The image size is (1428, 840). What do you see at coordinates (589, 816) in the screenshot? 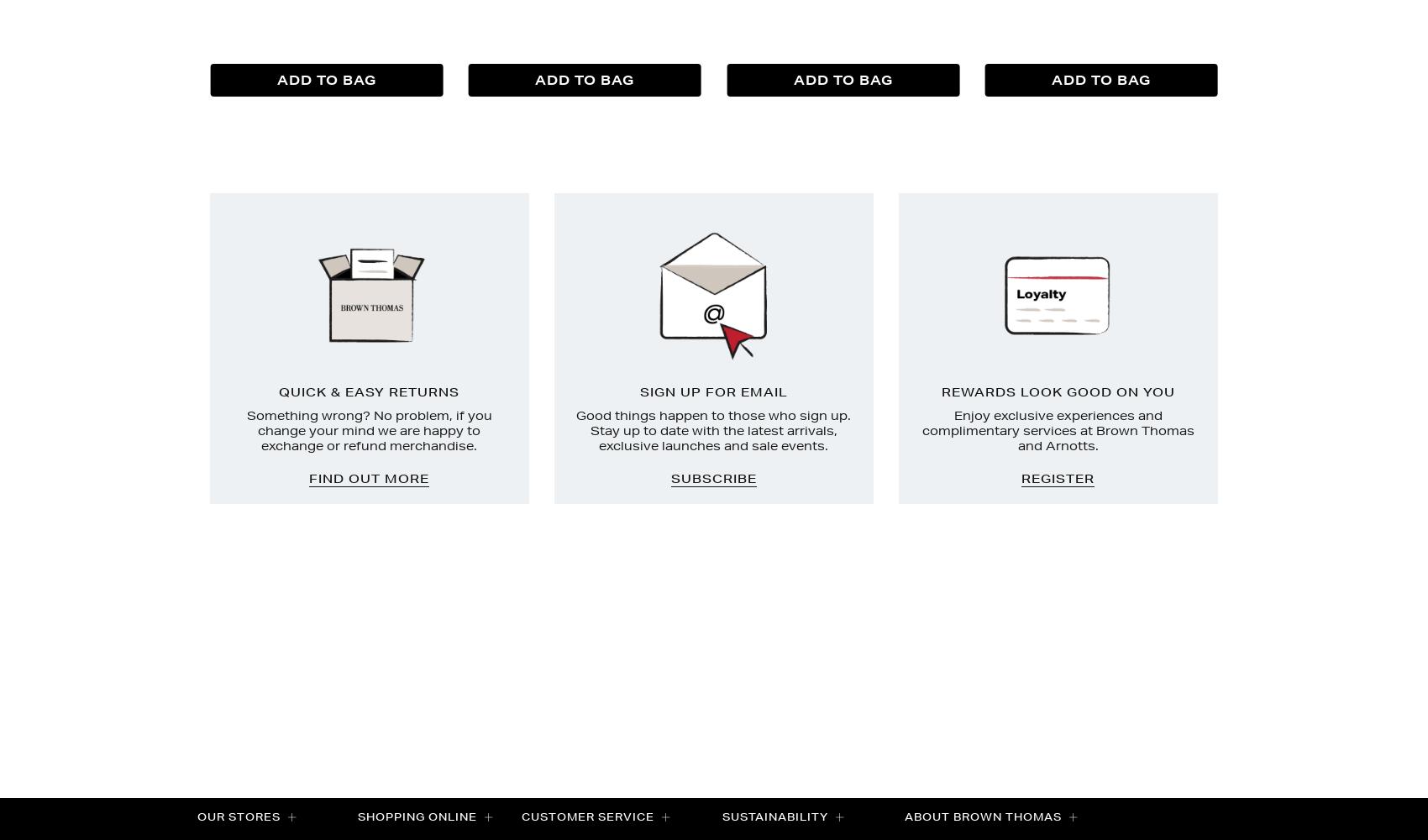
I see `'Customer Service'` at bounding box center [589, 816].